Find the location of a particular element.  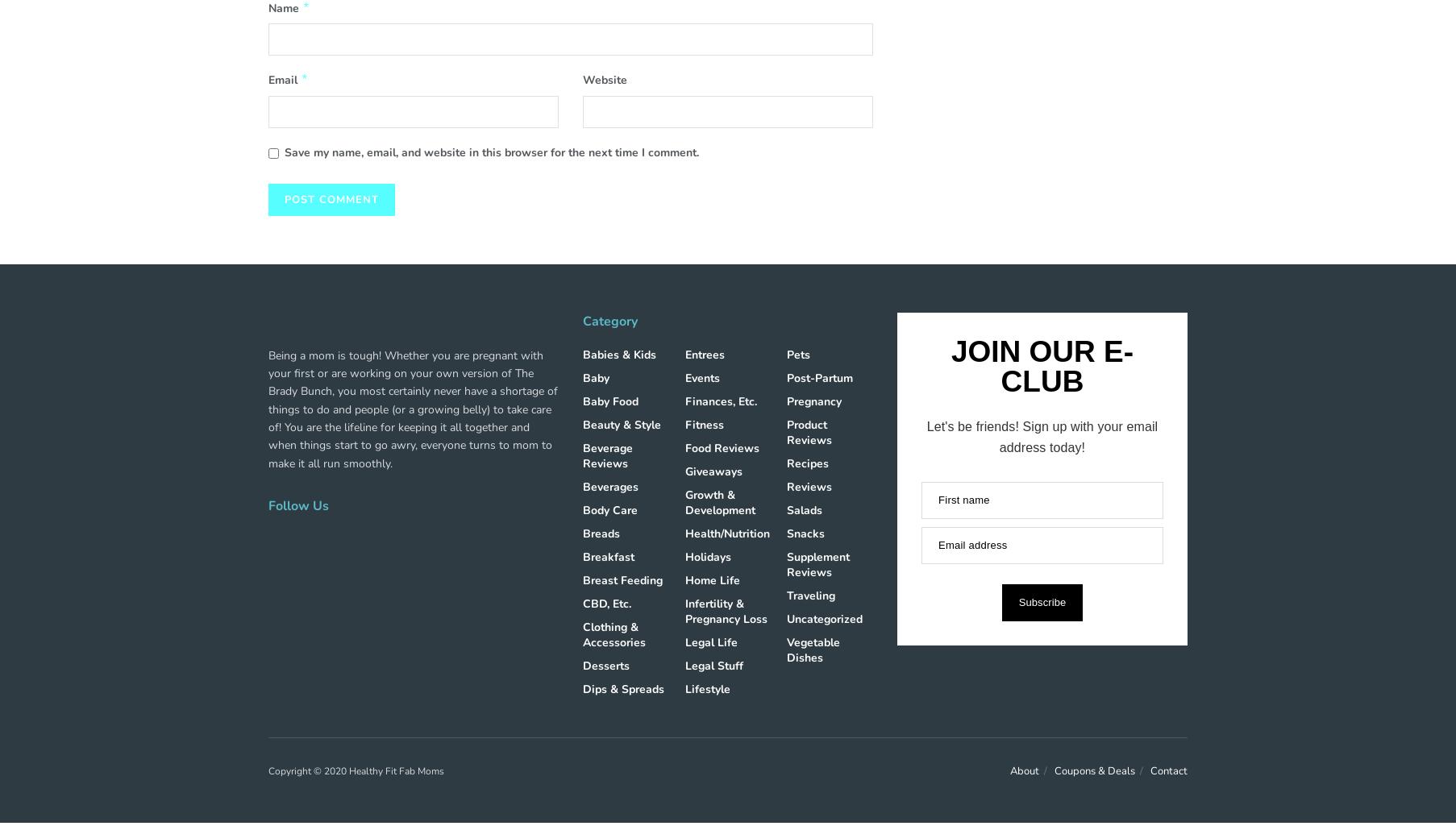

'Vegetable Dishes' is located at coordinates (786, 648).